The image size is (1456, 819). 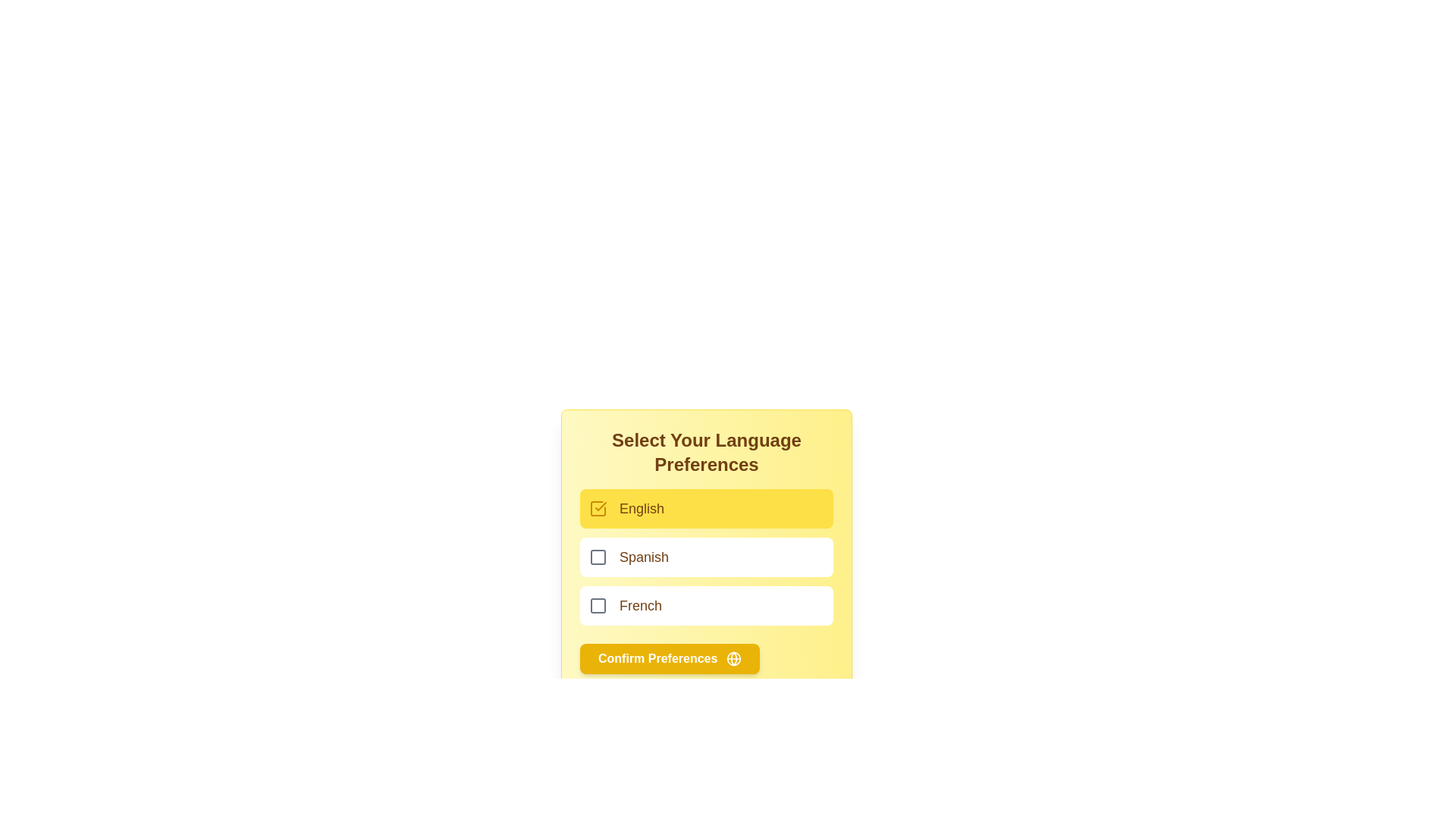 I want to click on the 'English' language preference checkbox, so click(x=597, y=509).